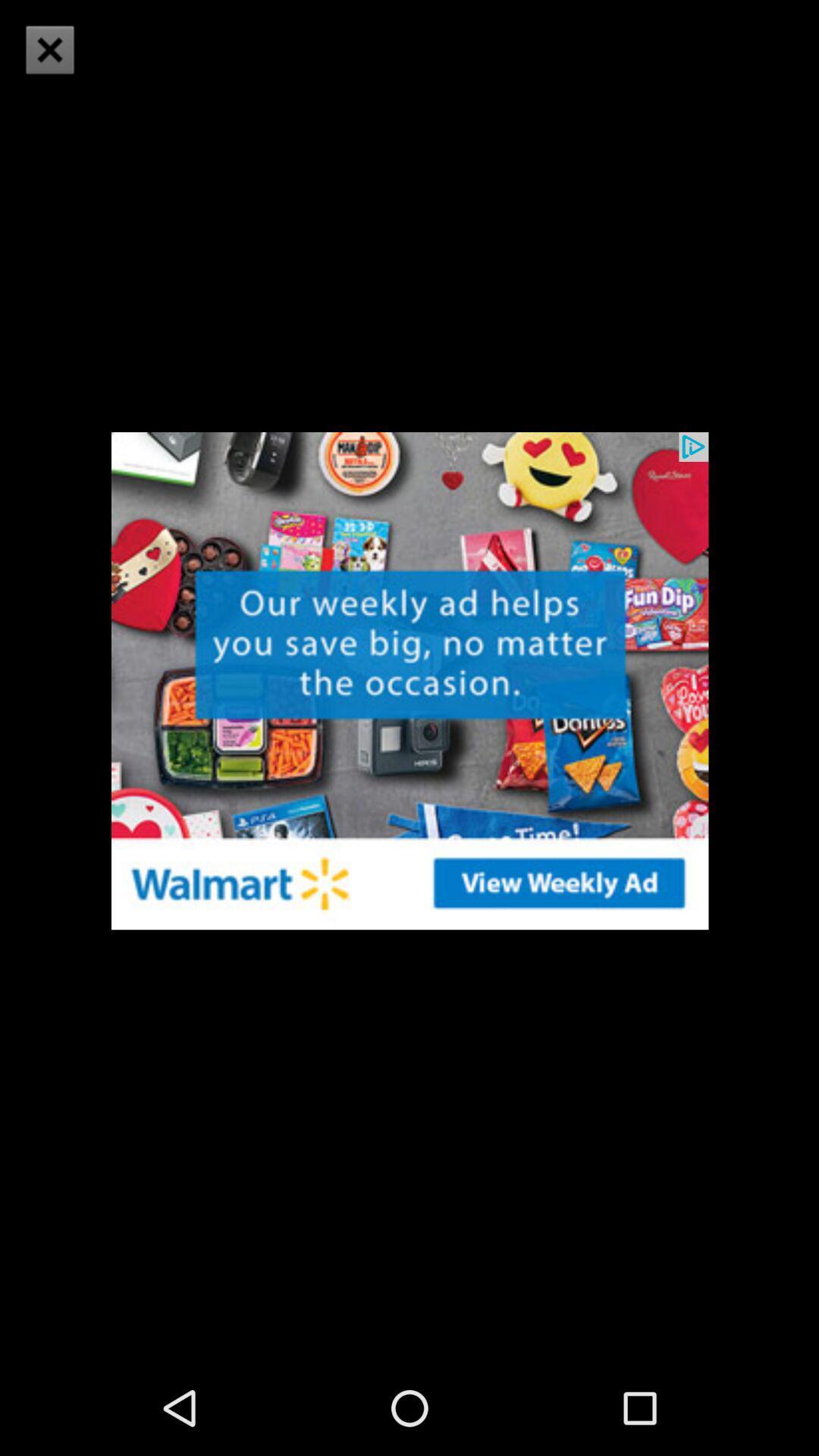 The height and width of the screenshot is (1456, 819). I want to click on the close icon, so click(49, 53).